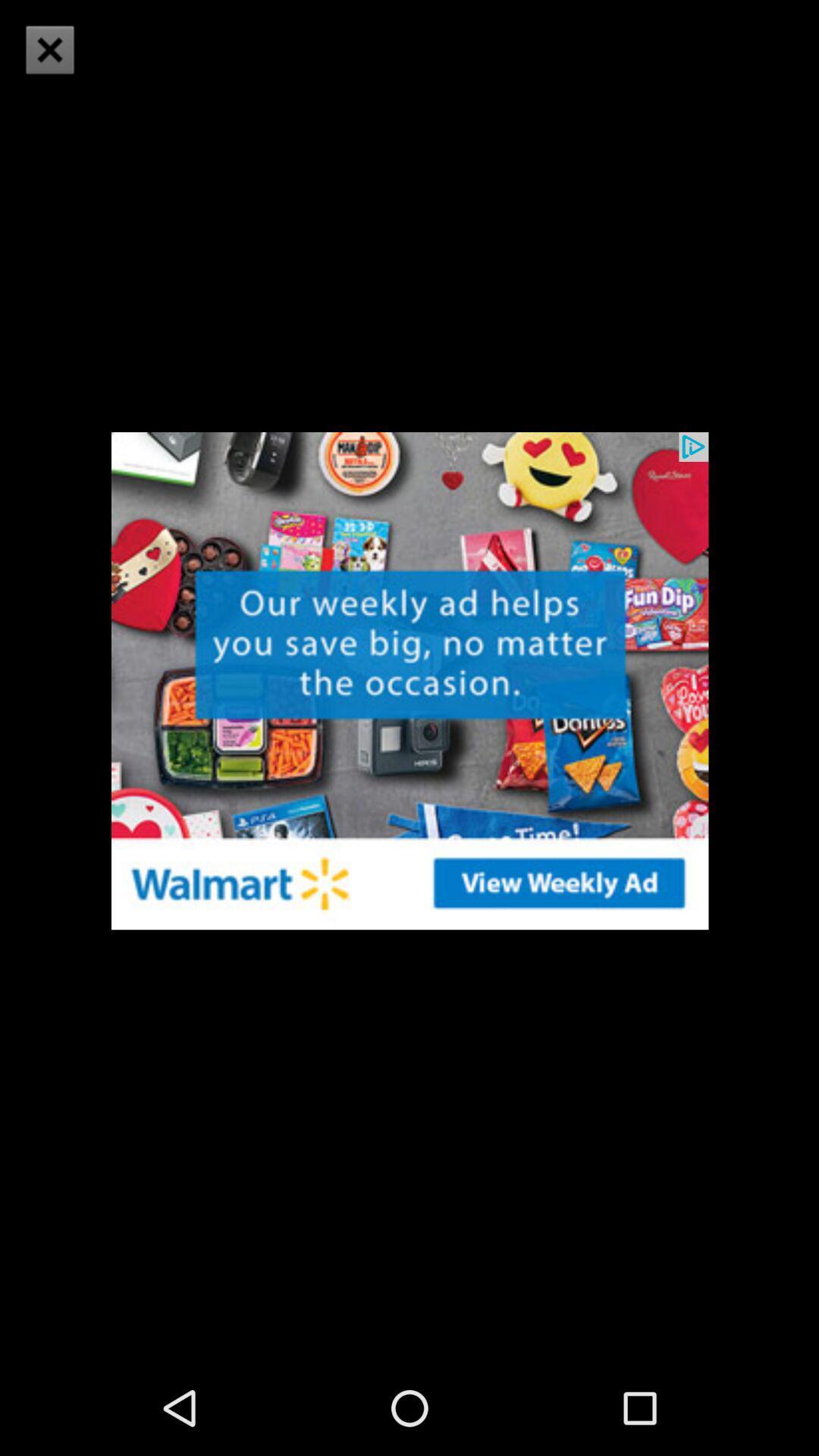 The height and width of the screenshot is (1456, 819). I want to click on the close icon, so click(49, 53).